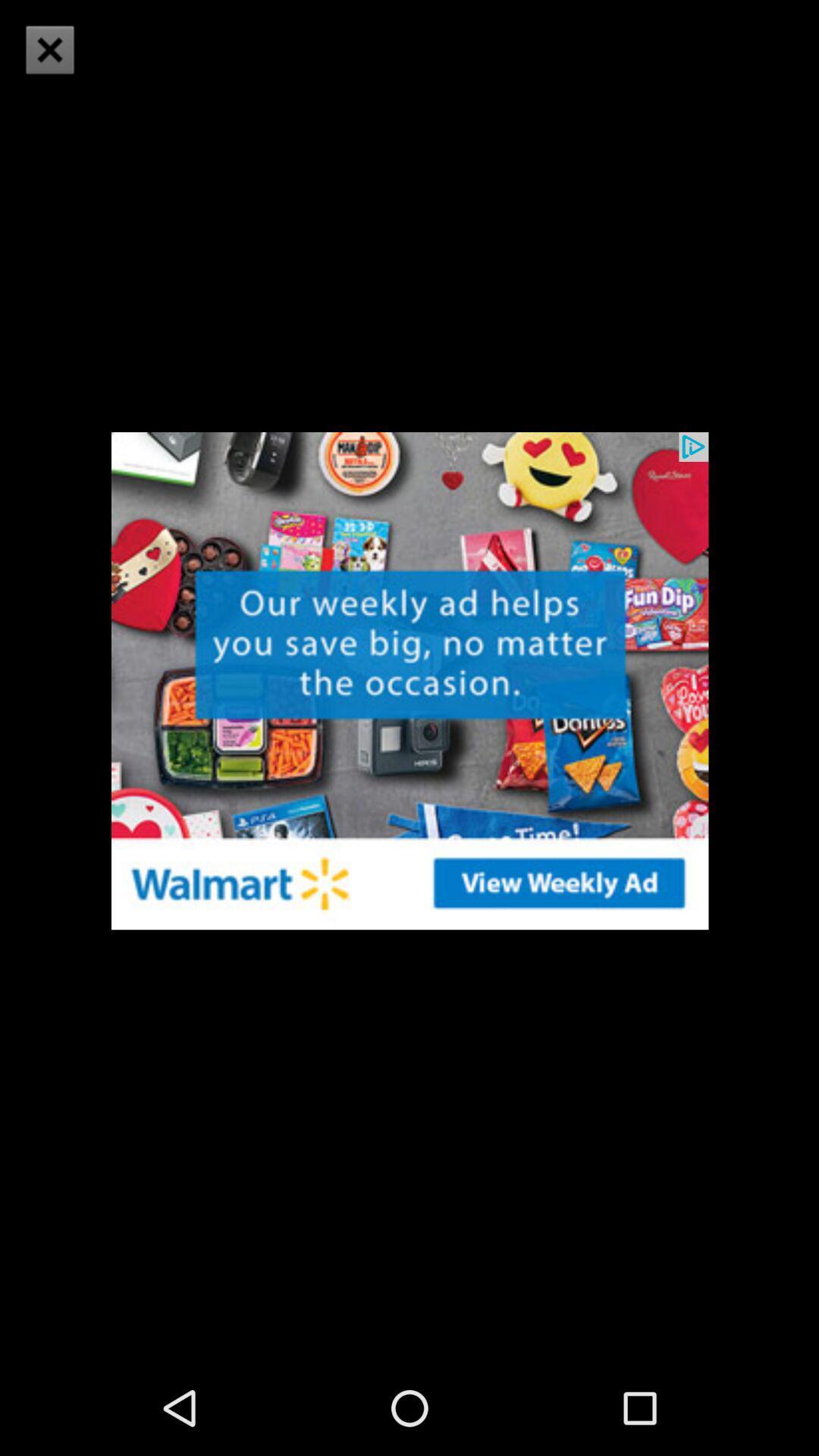 The height and width of the screenshot is (1456, 819). I want to click on the close icon, so click(49, 53).